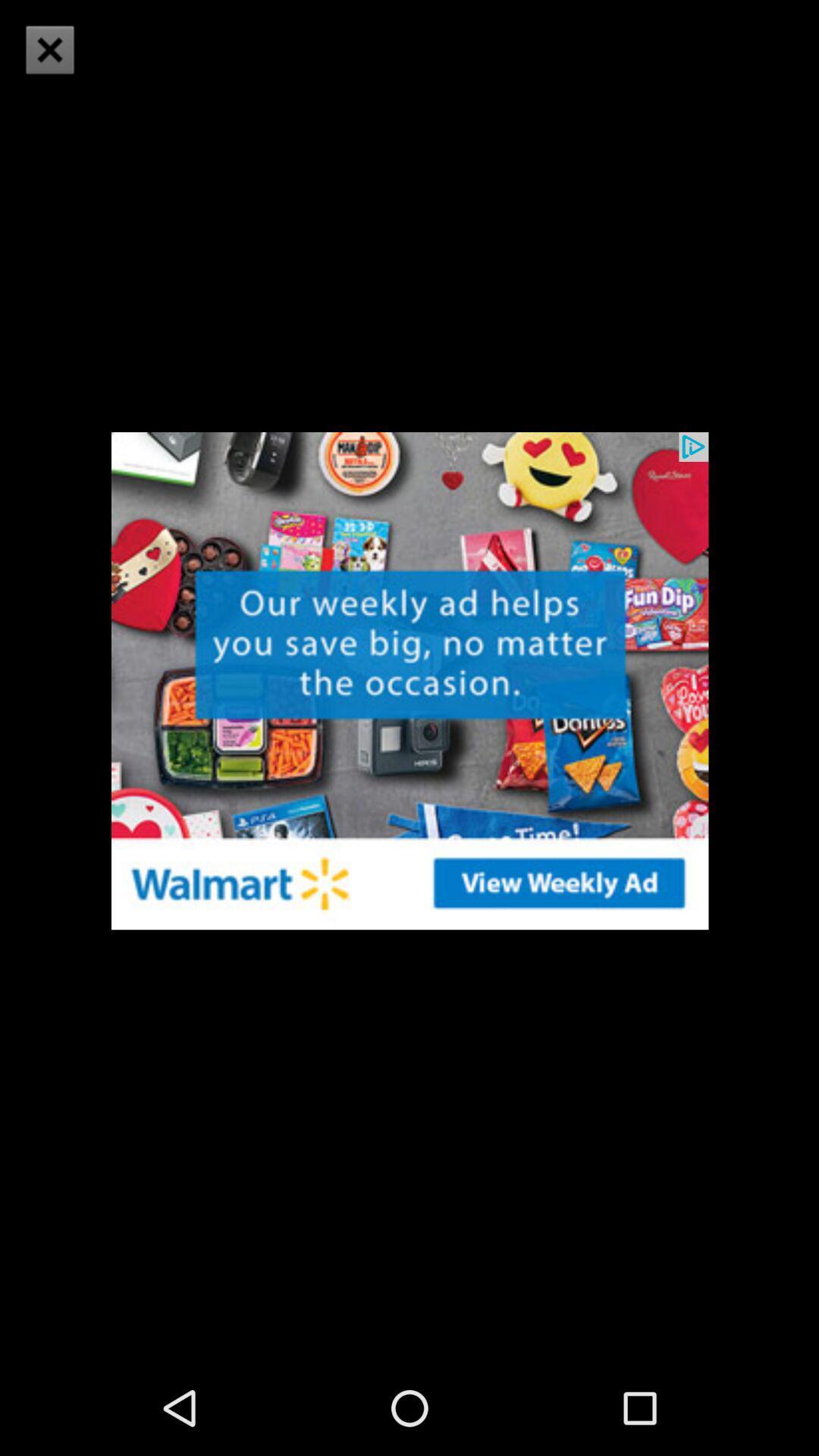 The height and width of the screenshot is (1456, 819). I want to click on the close icon, so click(49, 53).